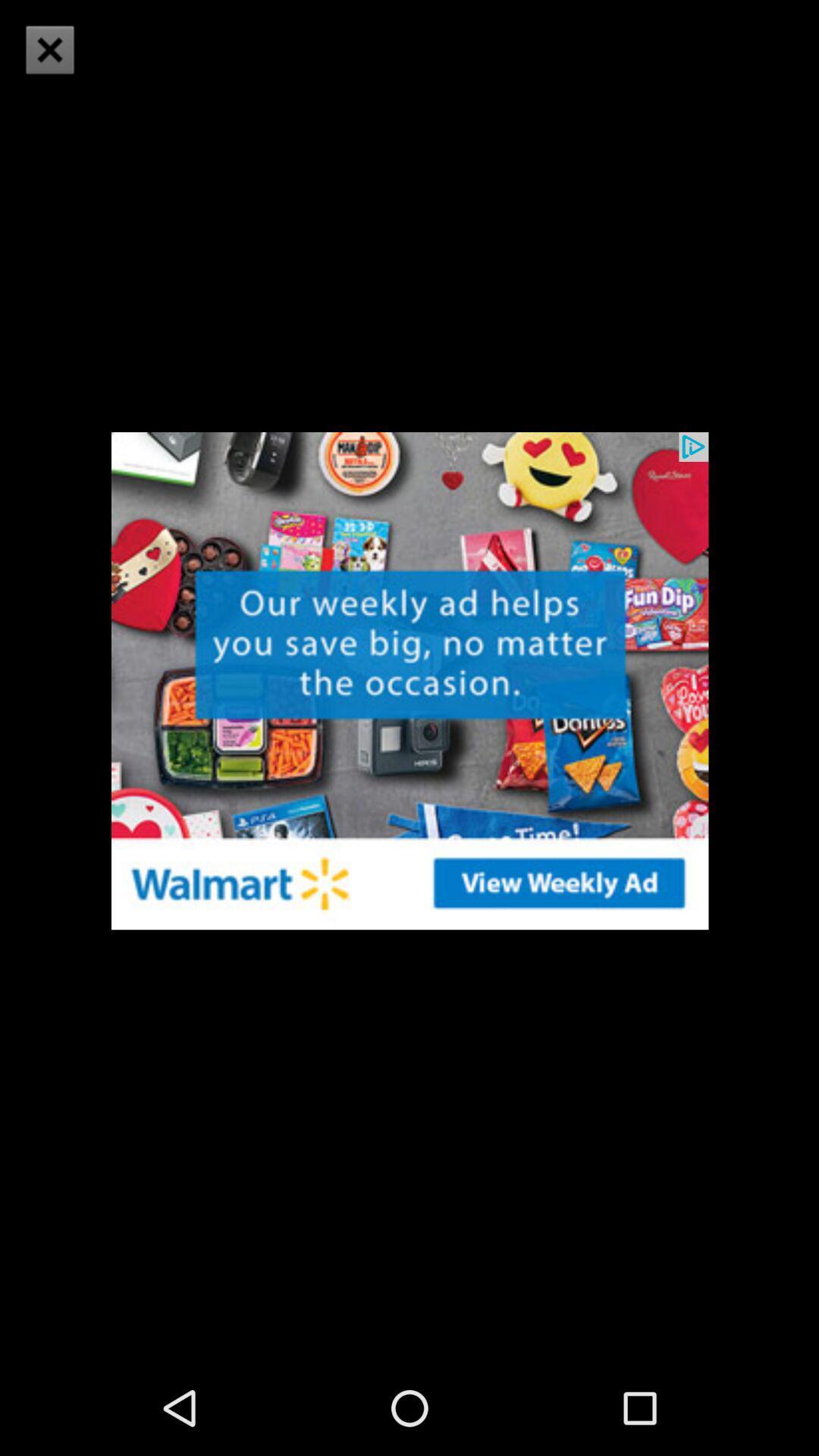 The height and width of the screenshot is (1456, 819). I want to click on the close icon, so click(49, 53).